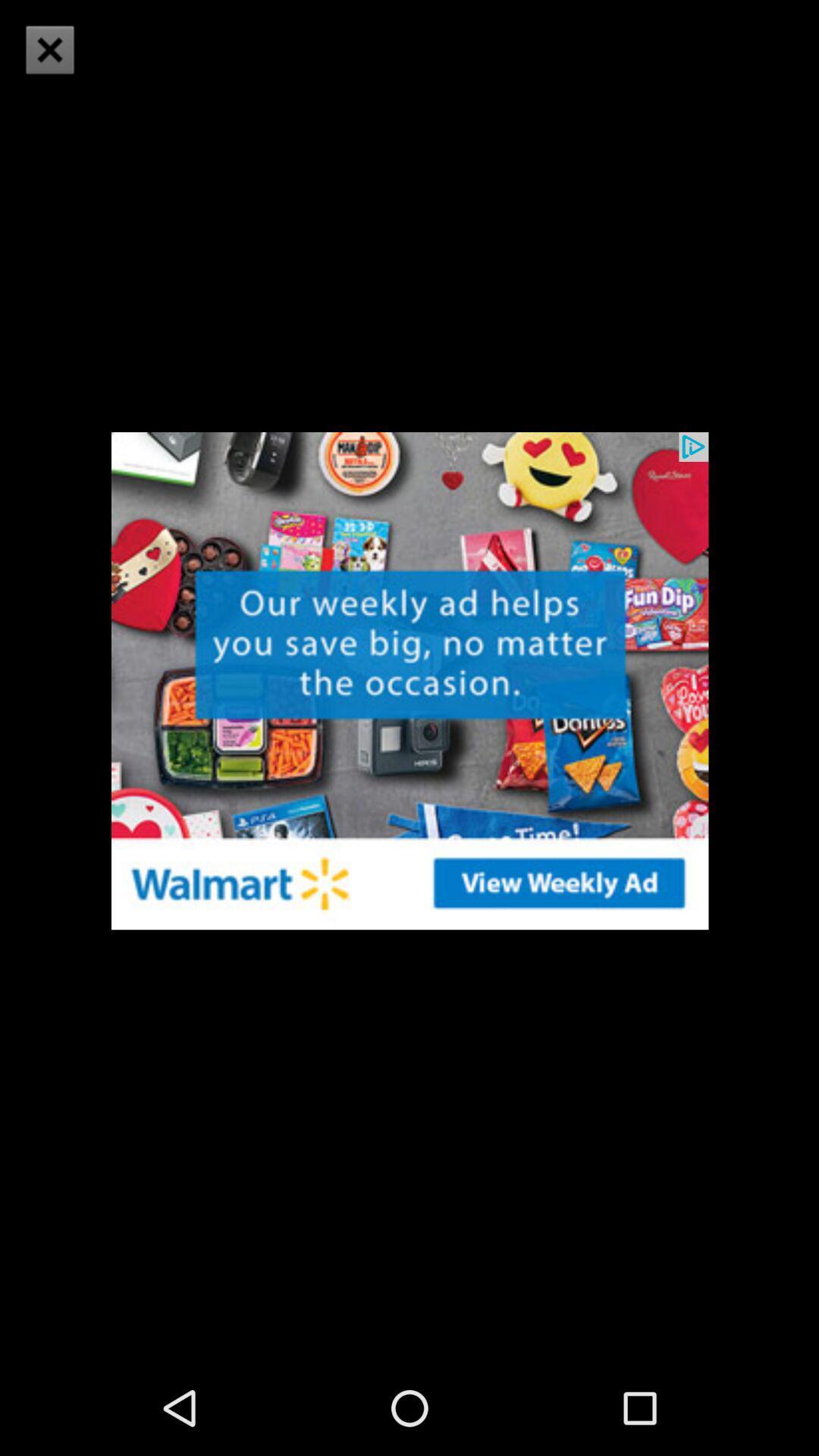 The height and width of the screenshot is (1456, 819). I want to click on the close icon, so click(49, 53).